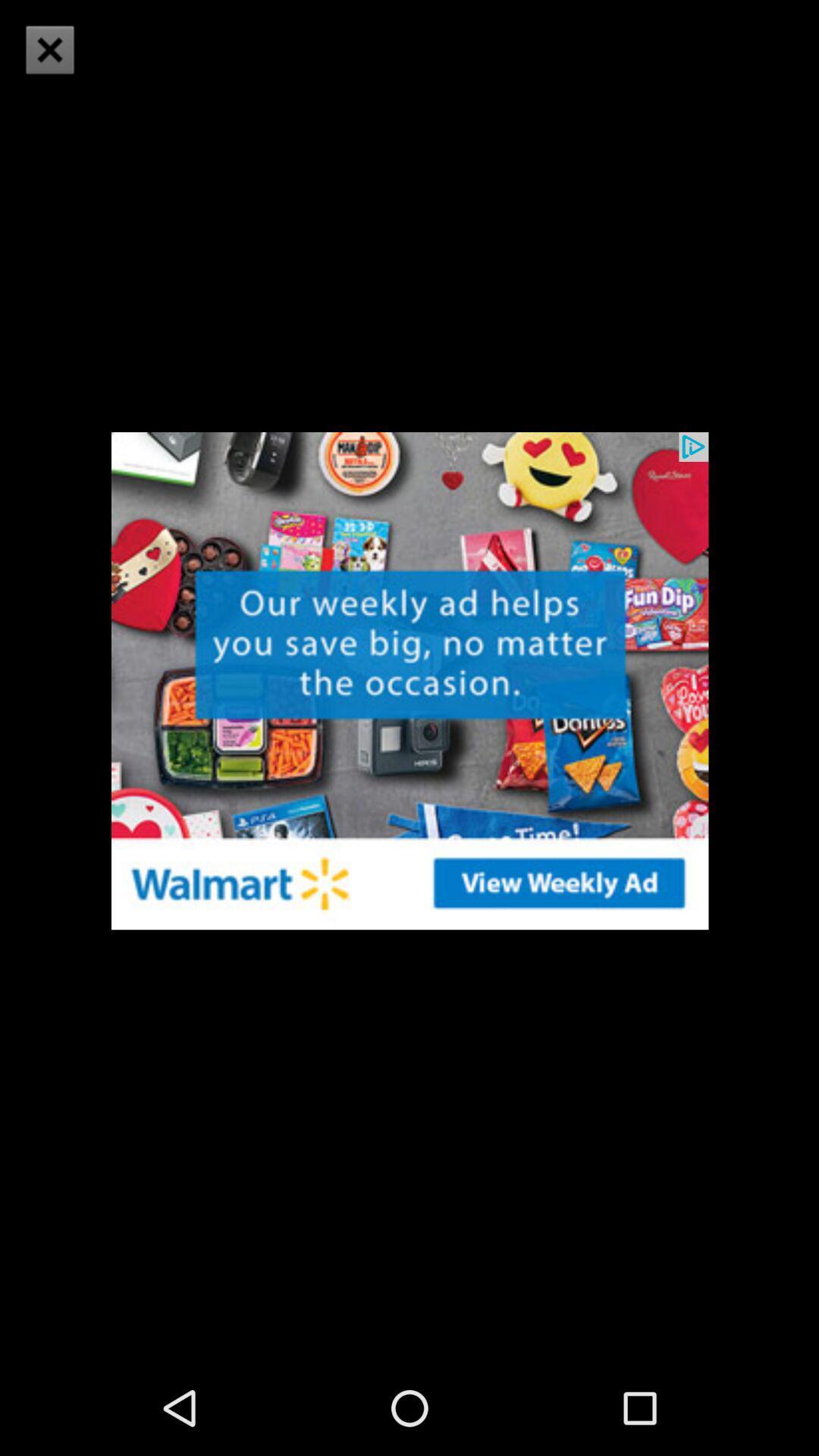 The height and width of the screenshot is (1456, 819). I want to click on the close icon, so click(49, 53).